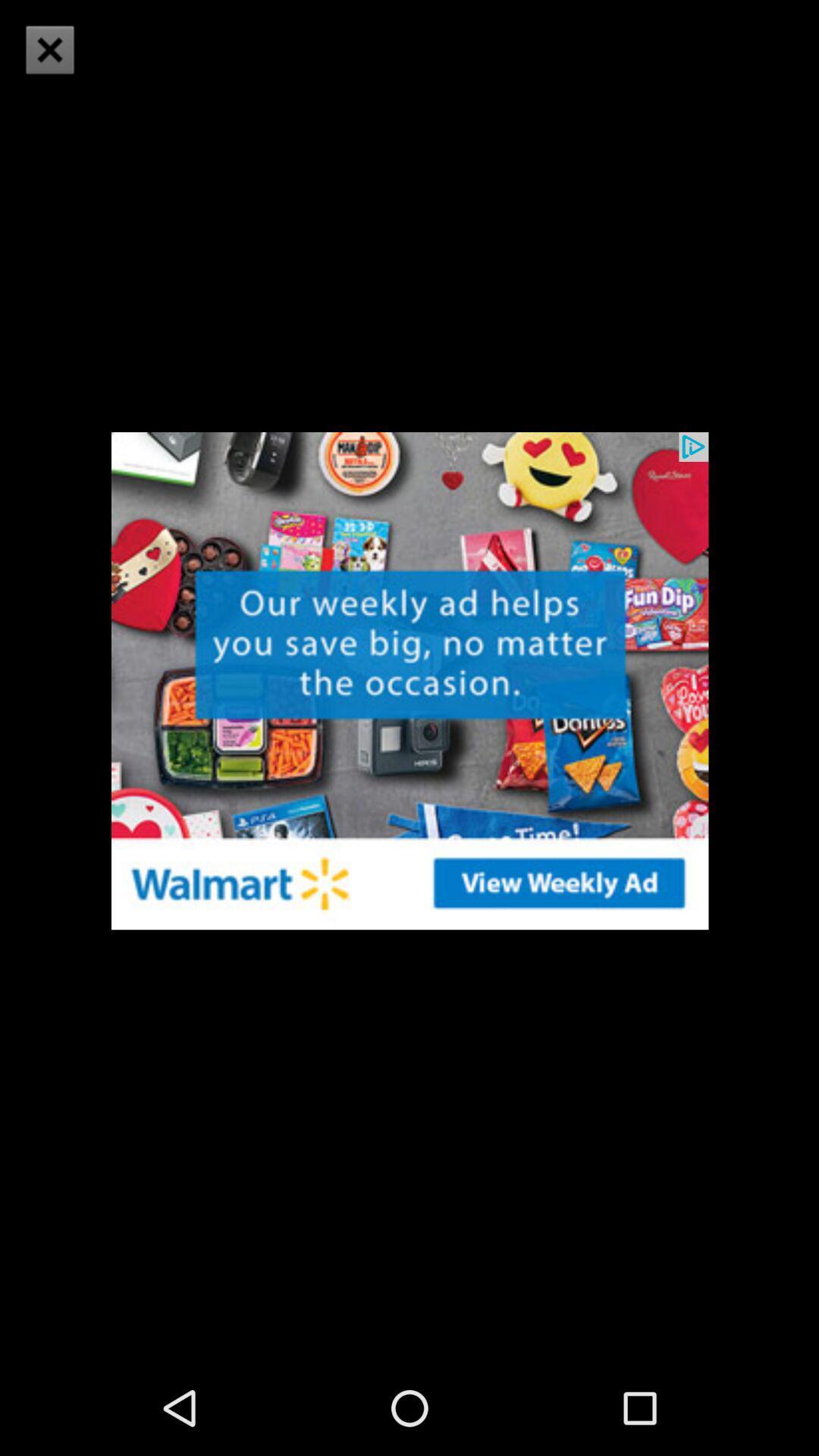 The height and width of the screenshot is (1456, 819). I want to click on the close icon, so click(49, 53).